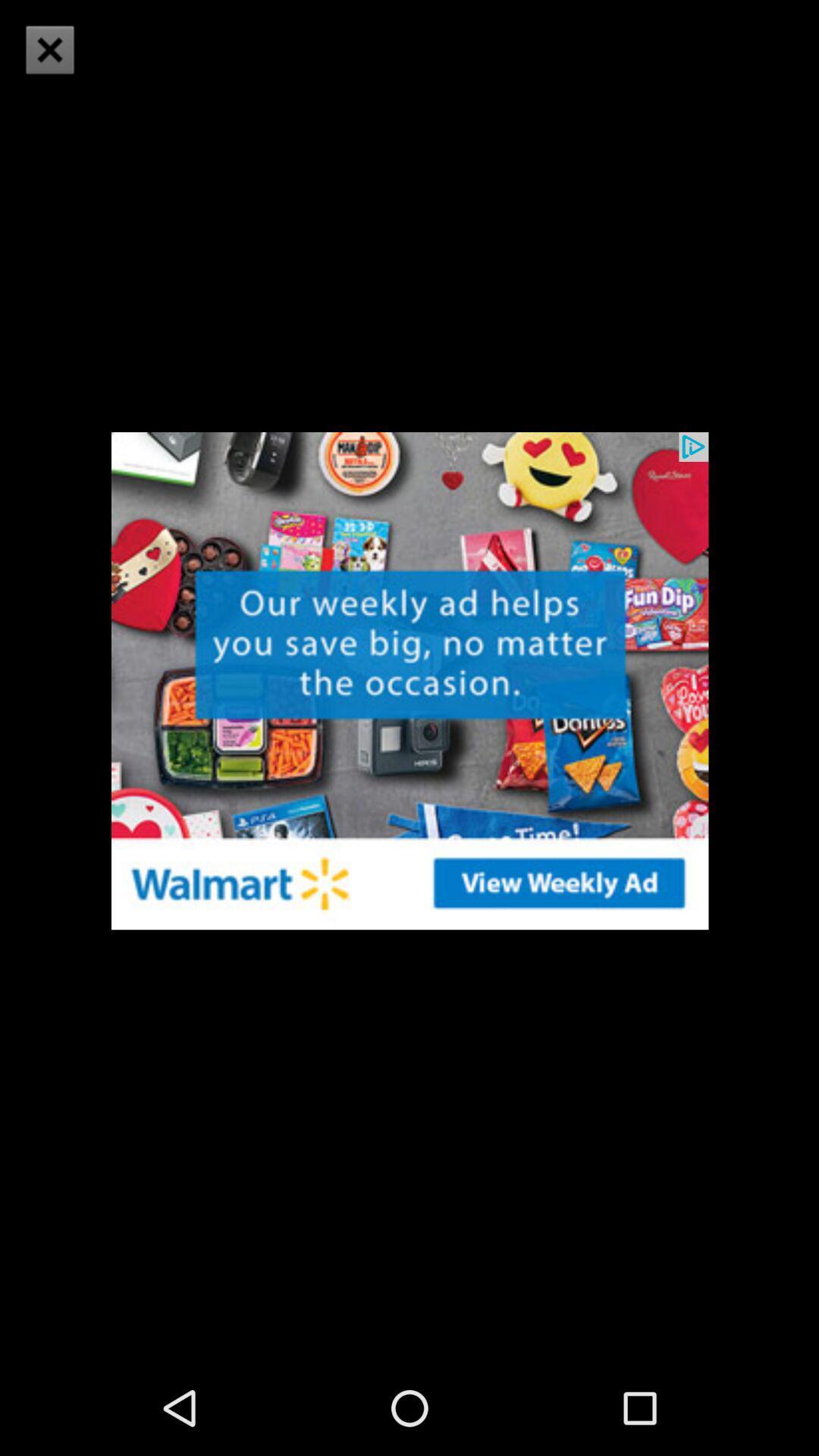 The height and width of the screenshot is (1456, 819). I want to click on the close icon, so click(49, 53).